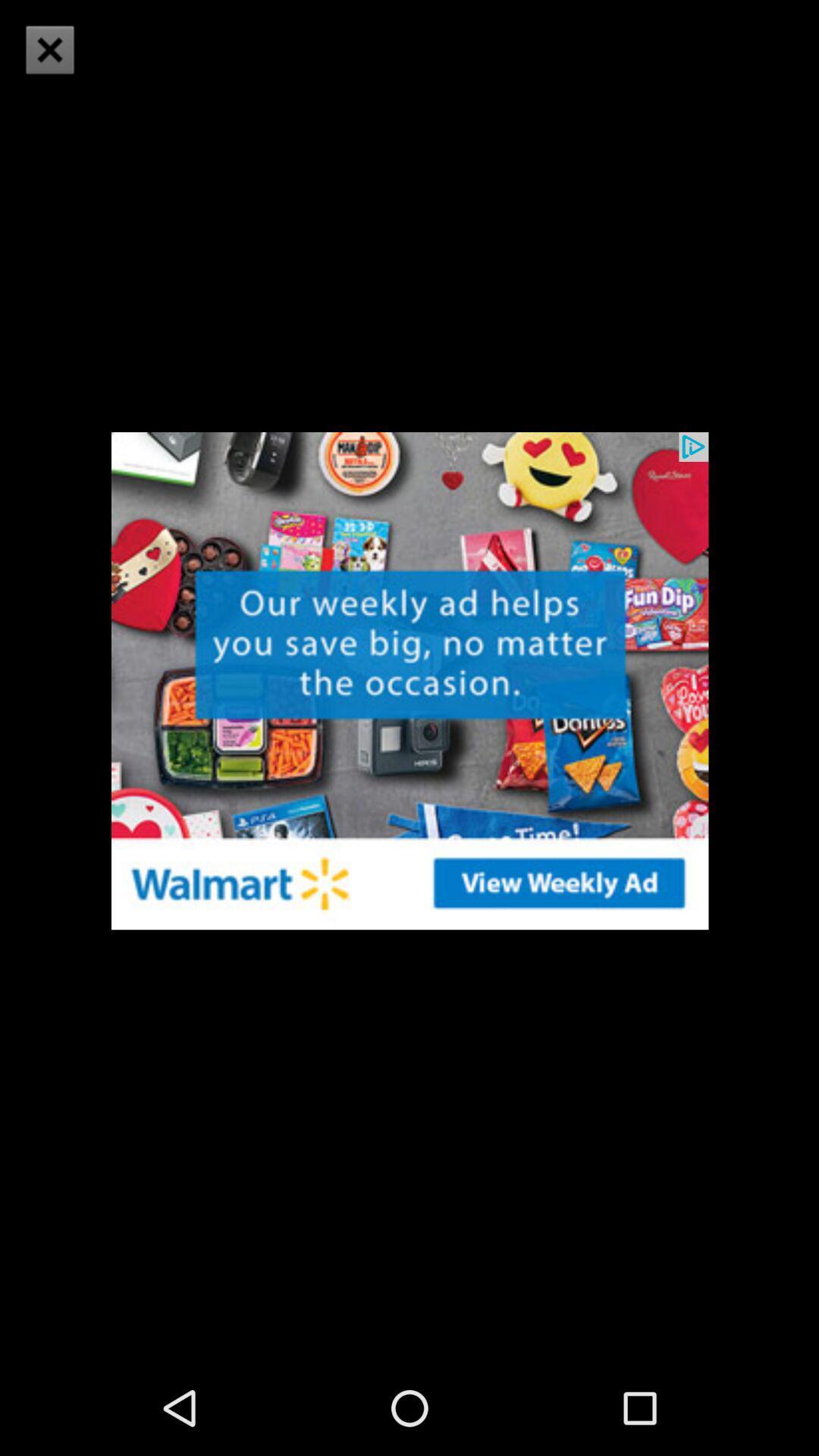 The height and width of the screenshot is (1456, 819). I want to click on the close icon, so click(49, 53).